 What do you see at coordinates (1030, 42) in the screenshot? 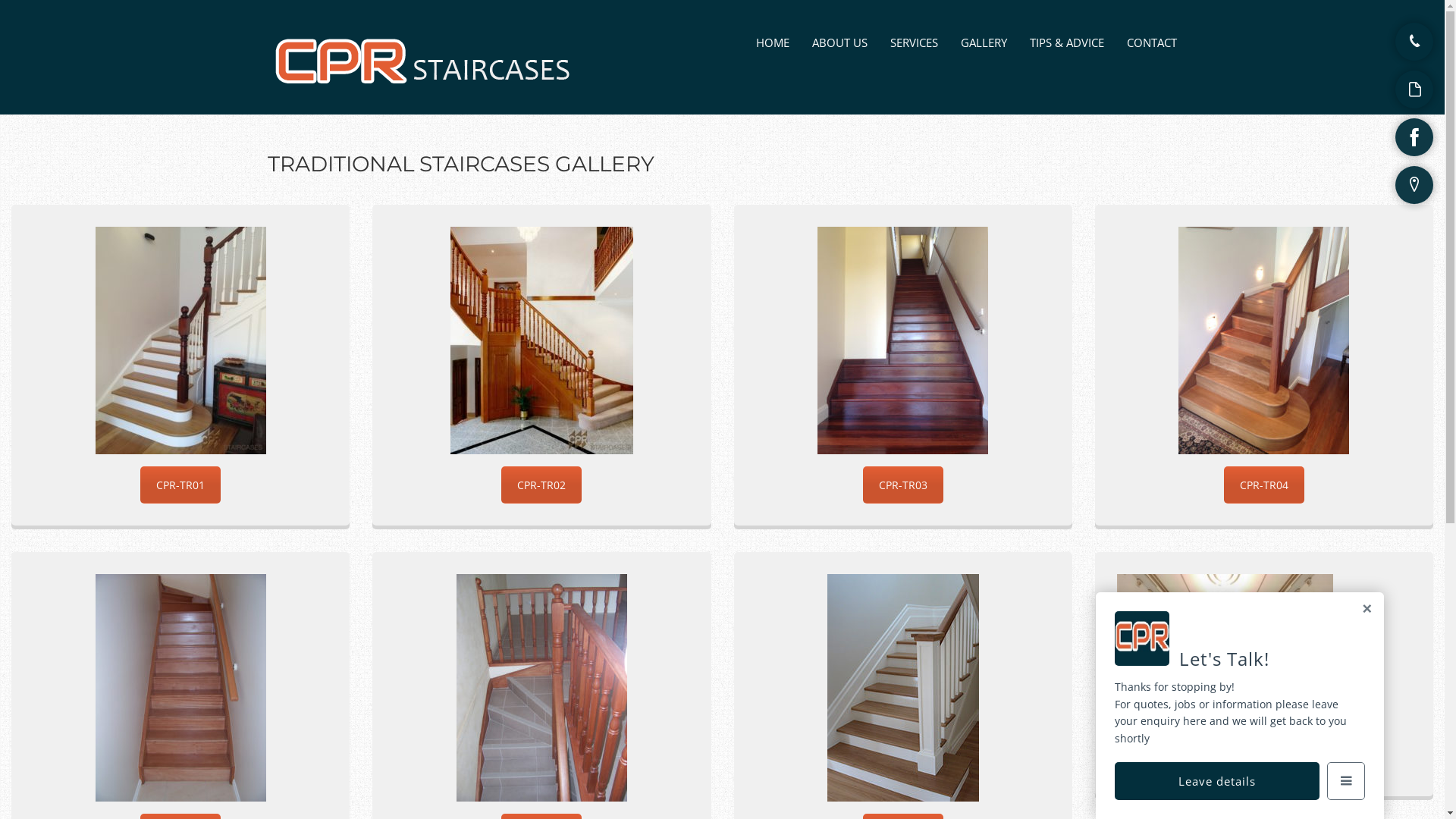
I see `'TIPS & ADVICE'` at bounding box center [1030, 42].